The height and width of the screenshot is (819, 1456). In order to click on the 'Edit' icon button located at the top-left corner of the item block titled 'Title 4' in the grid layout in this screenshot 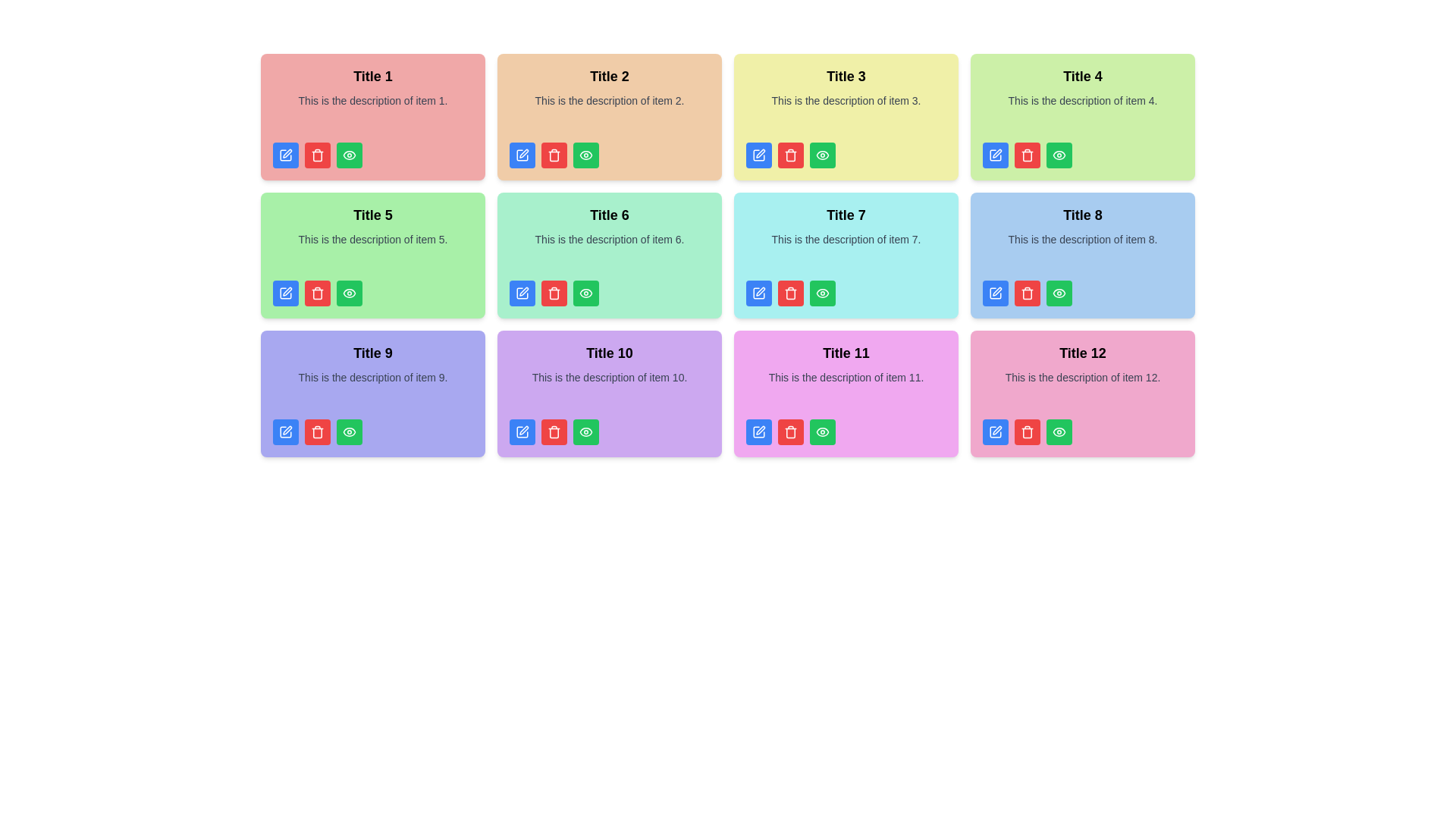, I will do `click(997, 153)`.